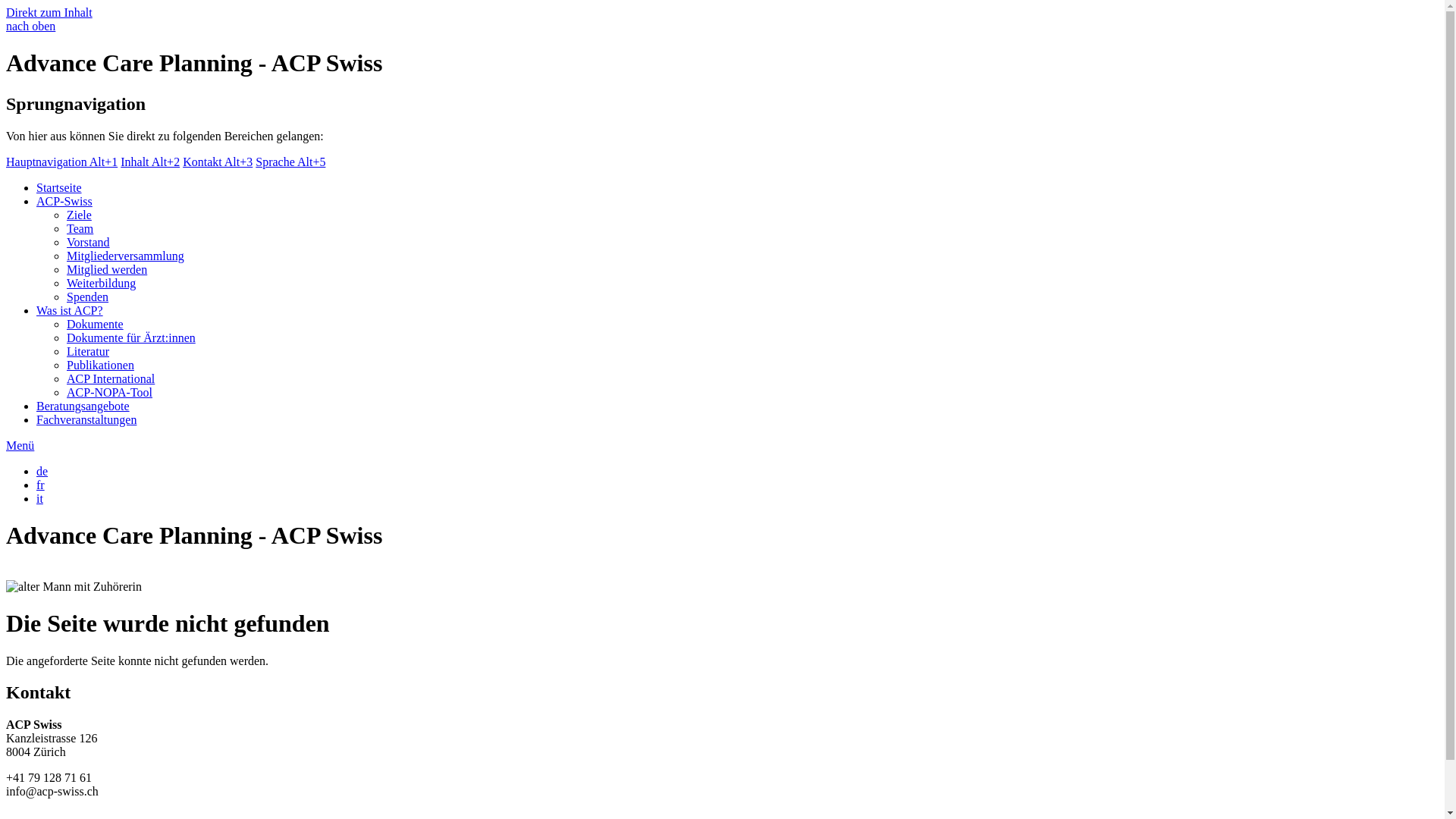 This screenshot has width=1456, height=819. Describe the element at coordinates (109, 378) in the screenshot. I see `'ACP International'` at that location.